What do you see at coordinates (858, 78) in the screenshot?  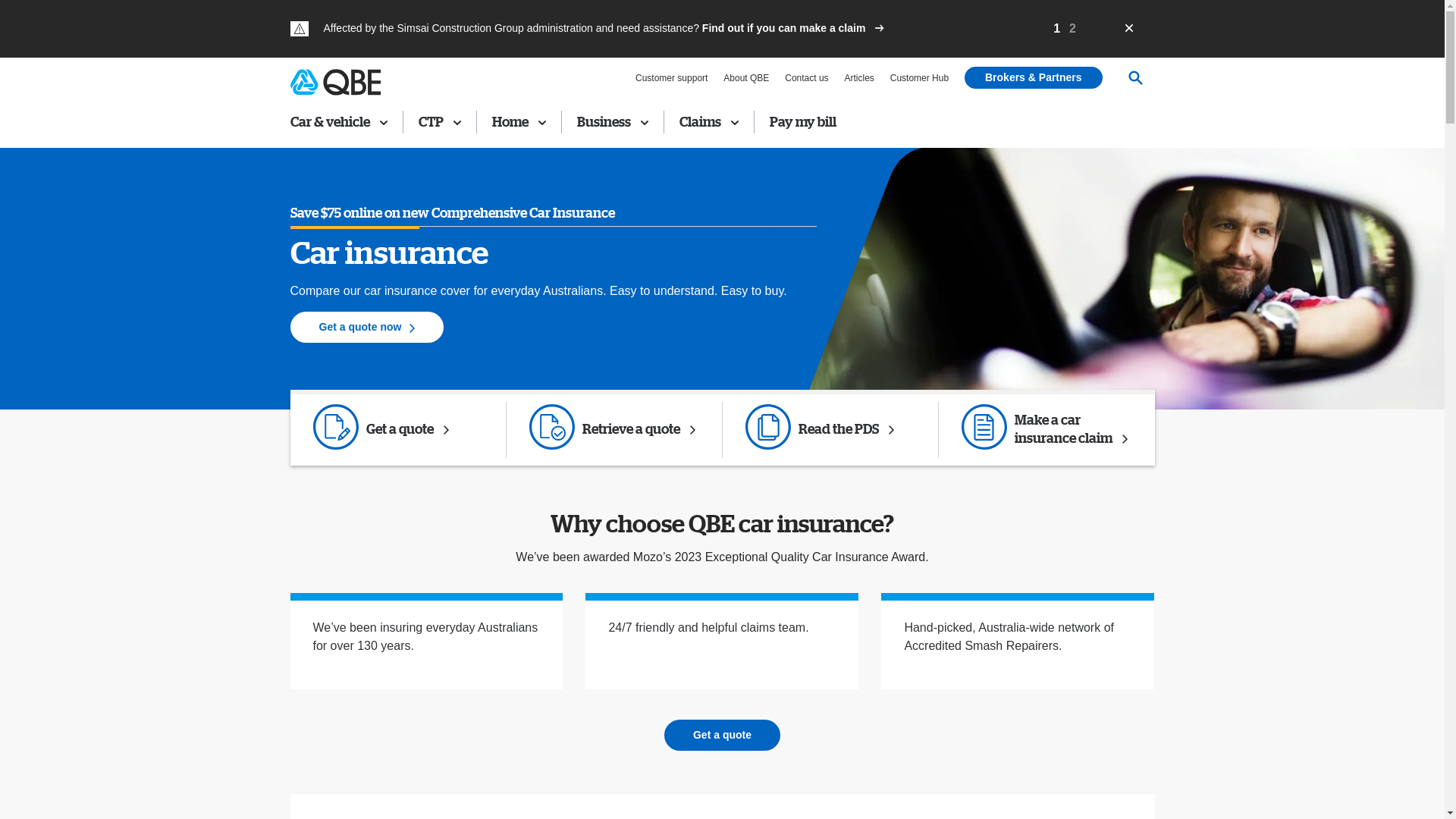 I see `'Articles'` at bounding box center [858, 78].